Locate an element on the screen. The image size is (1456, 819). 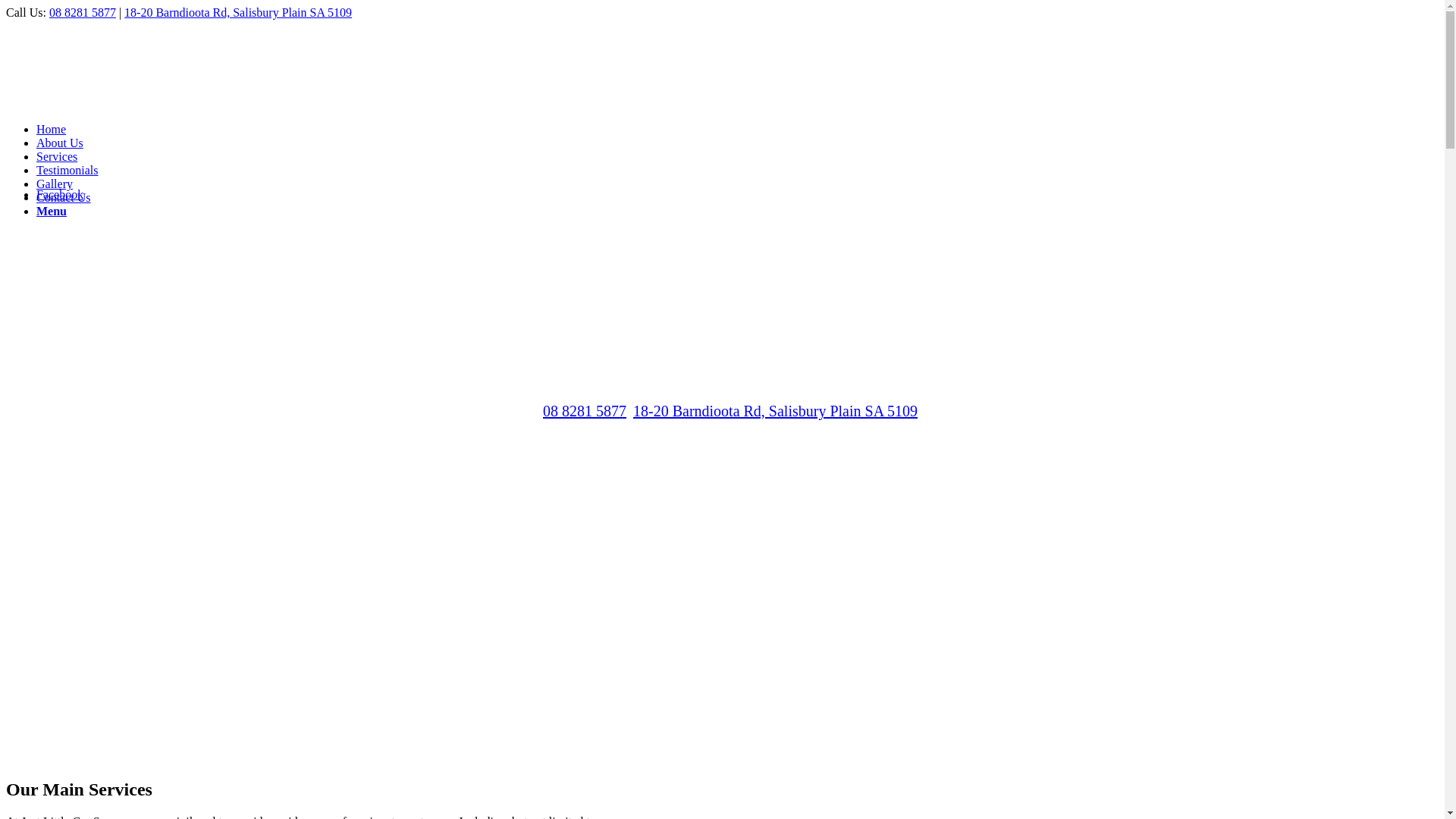
'Testimonials' is located at coordinates (67, 170).